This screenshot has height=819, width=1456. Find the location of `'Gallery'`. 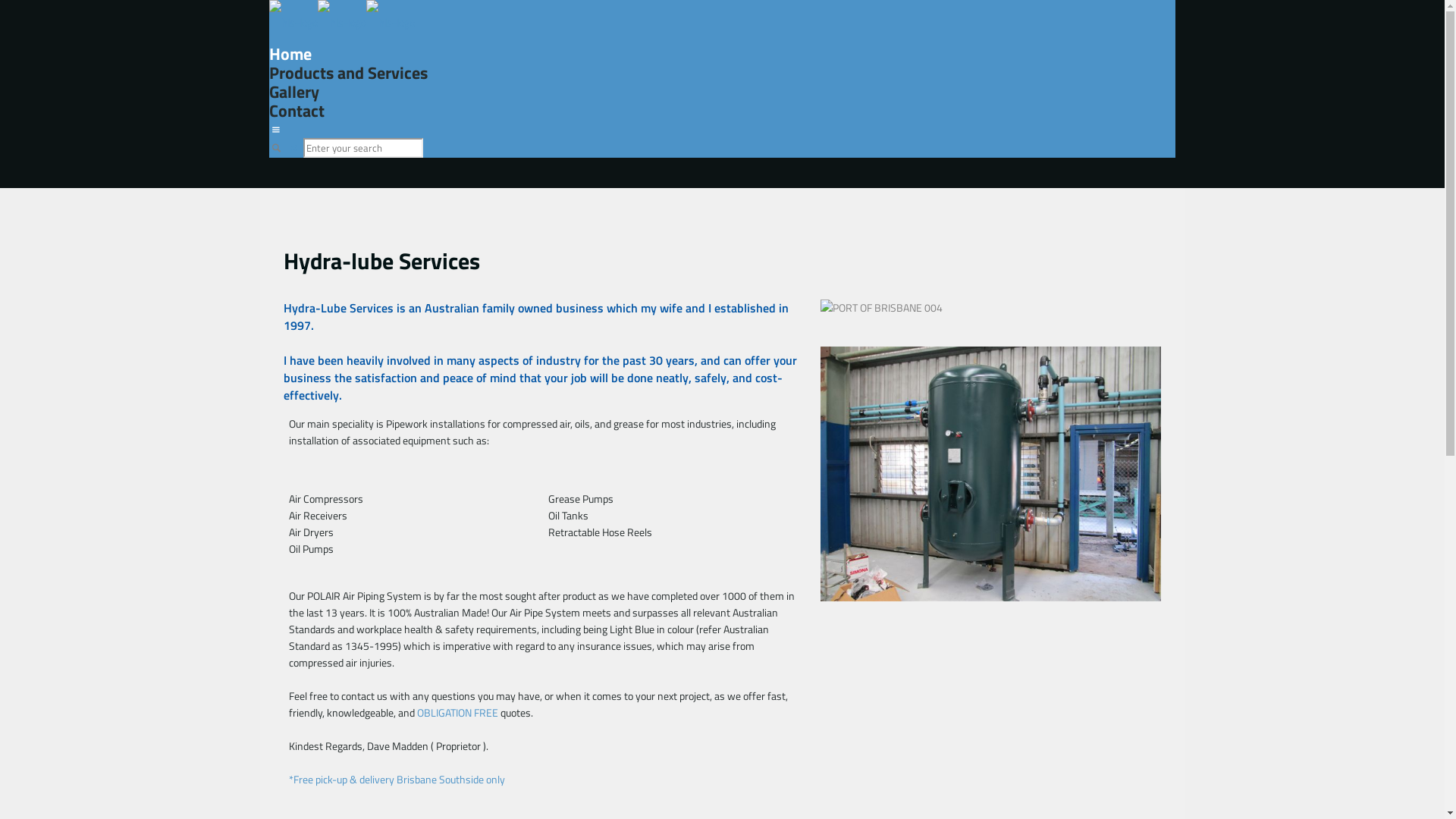

'Gallery' is located at coordinates (294, 91).